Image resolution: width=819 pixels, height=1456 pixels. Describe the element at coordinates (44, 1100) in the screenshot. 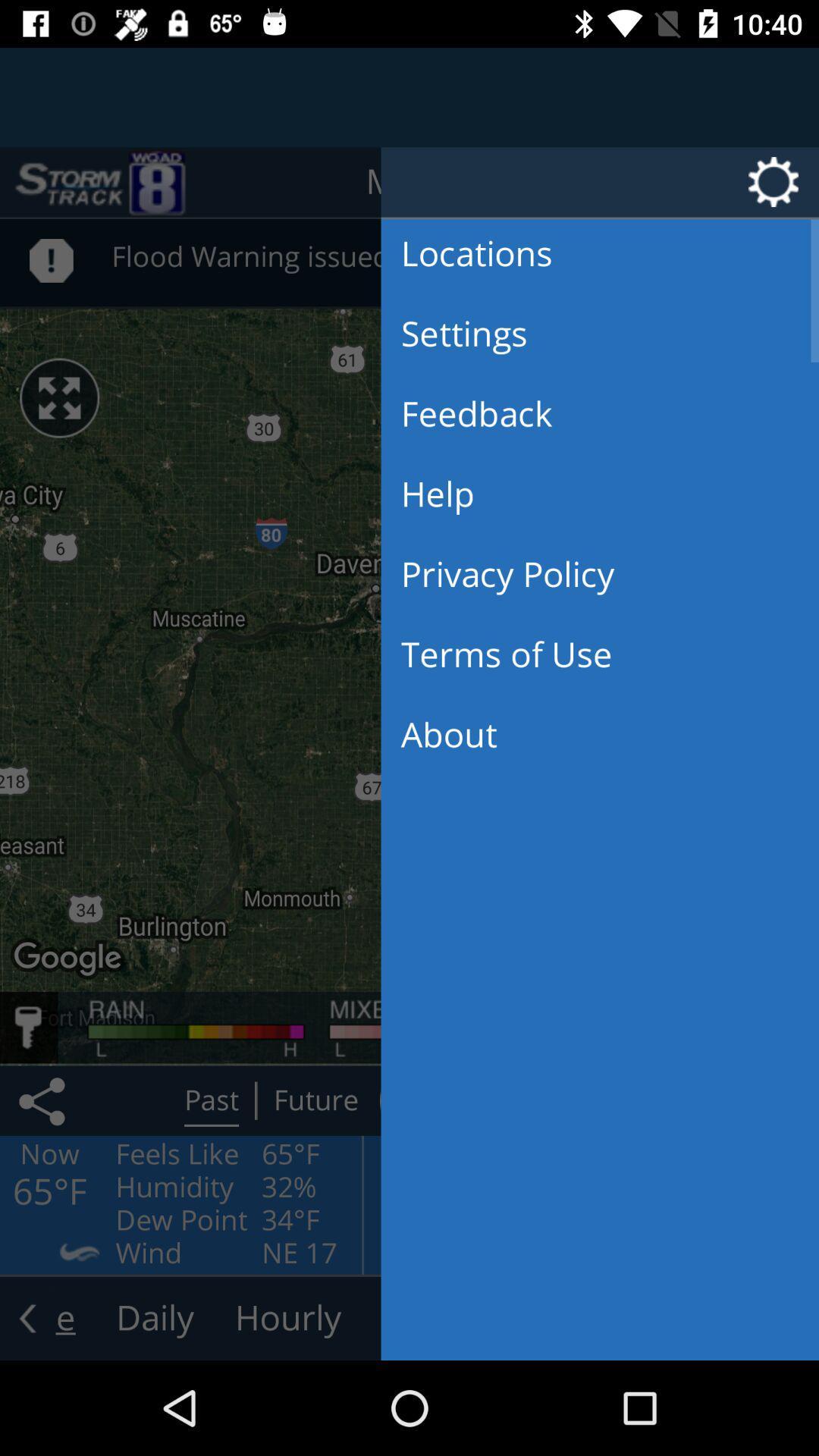

I see `the share icon` at that location.